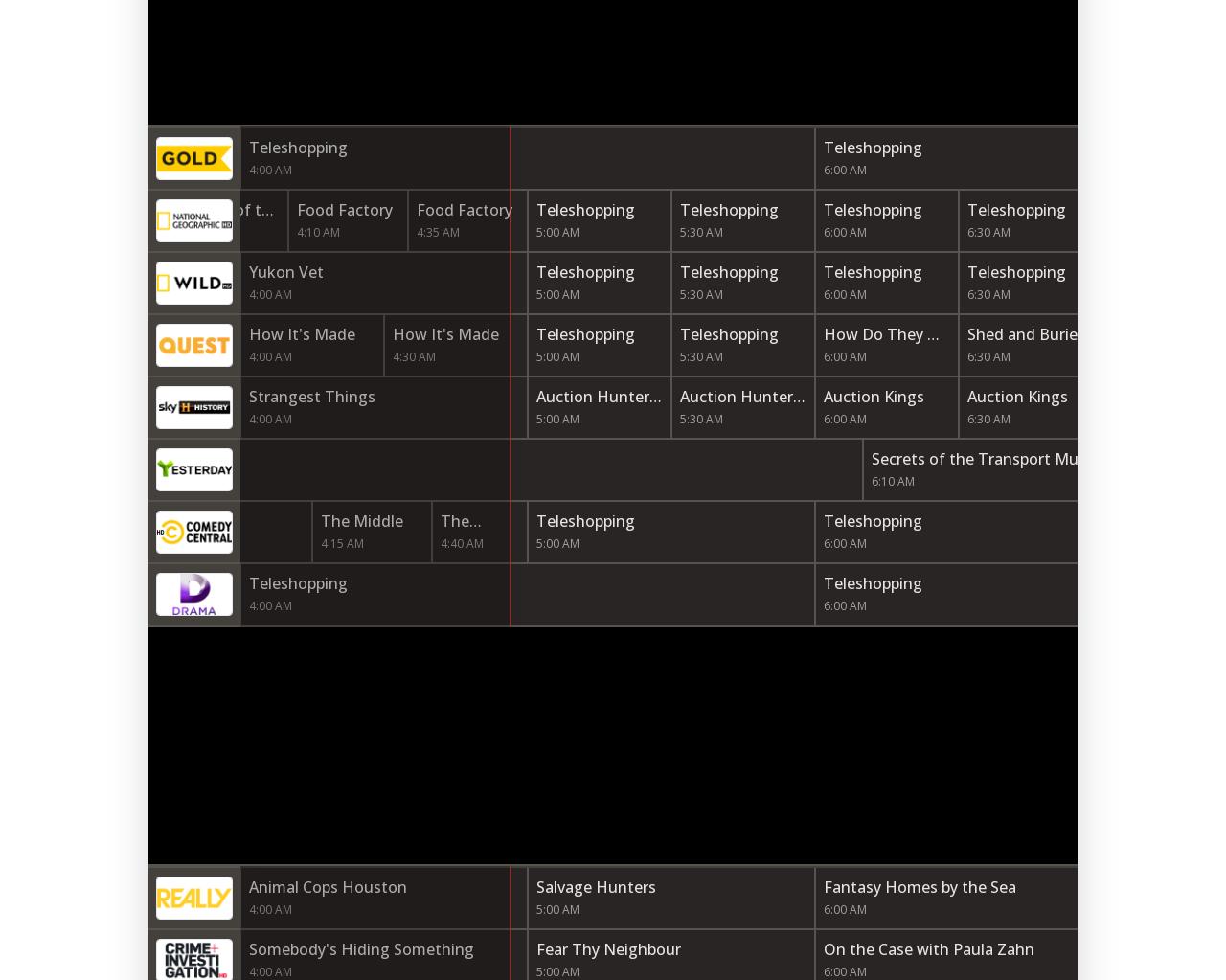  What do you see at coordinates (892, 481) in the screenshot?
I see `'6:10 AM'` at bounding box center [892, 481].